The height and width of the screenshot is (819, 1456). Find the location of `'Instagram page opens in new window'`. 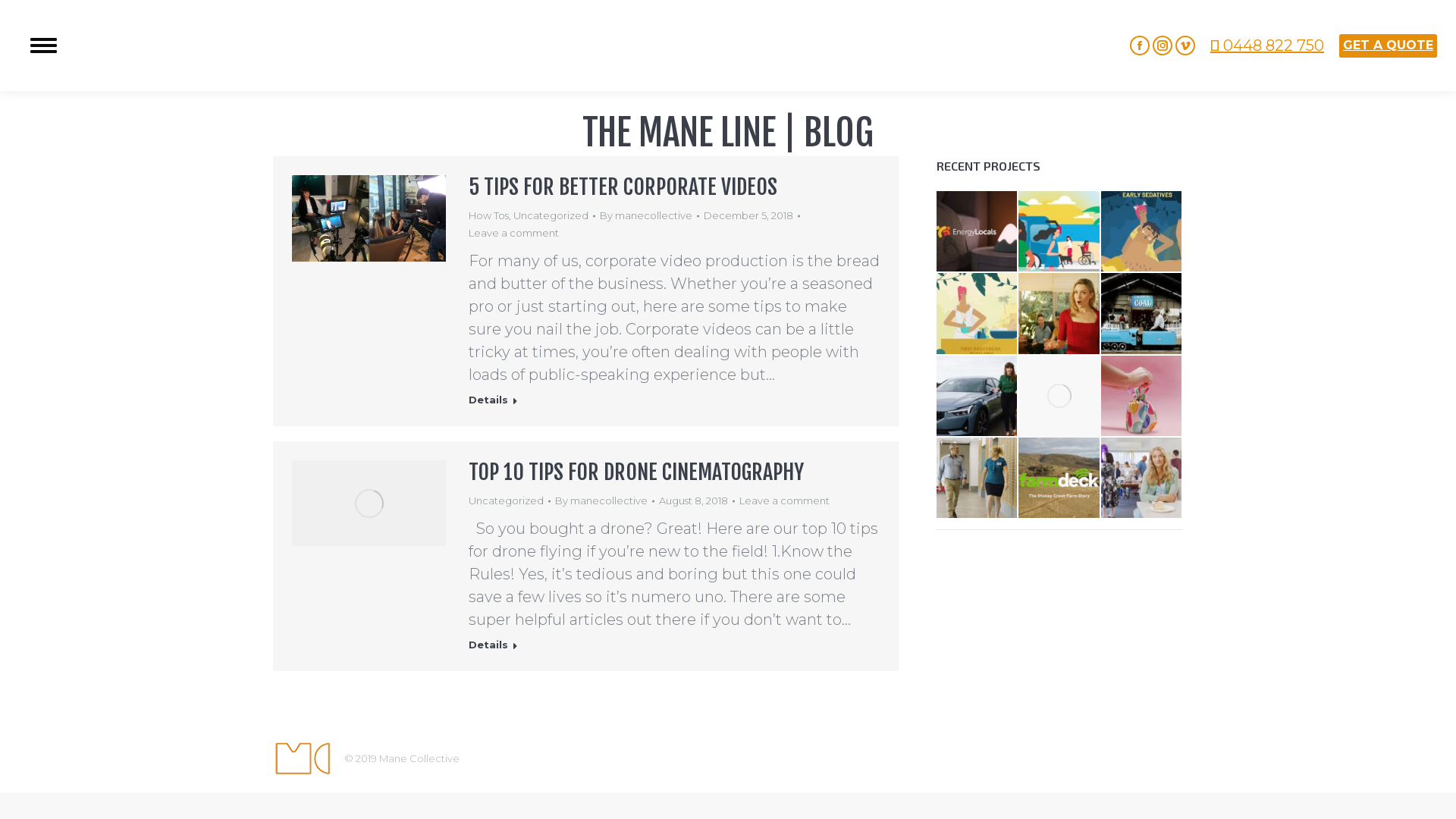

'Instagram page opens in new window' is located at coordinates (1153, 45).